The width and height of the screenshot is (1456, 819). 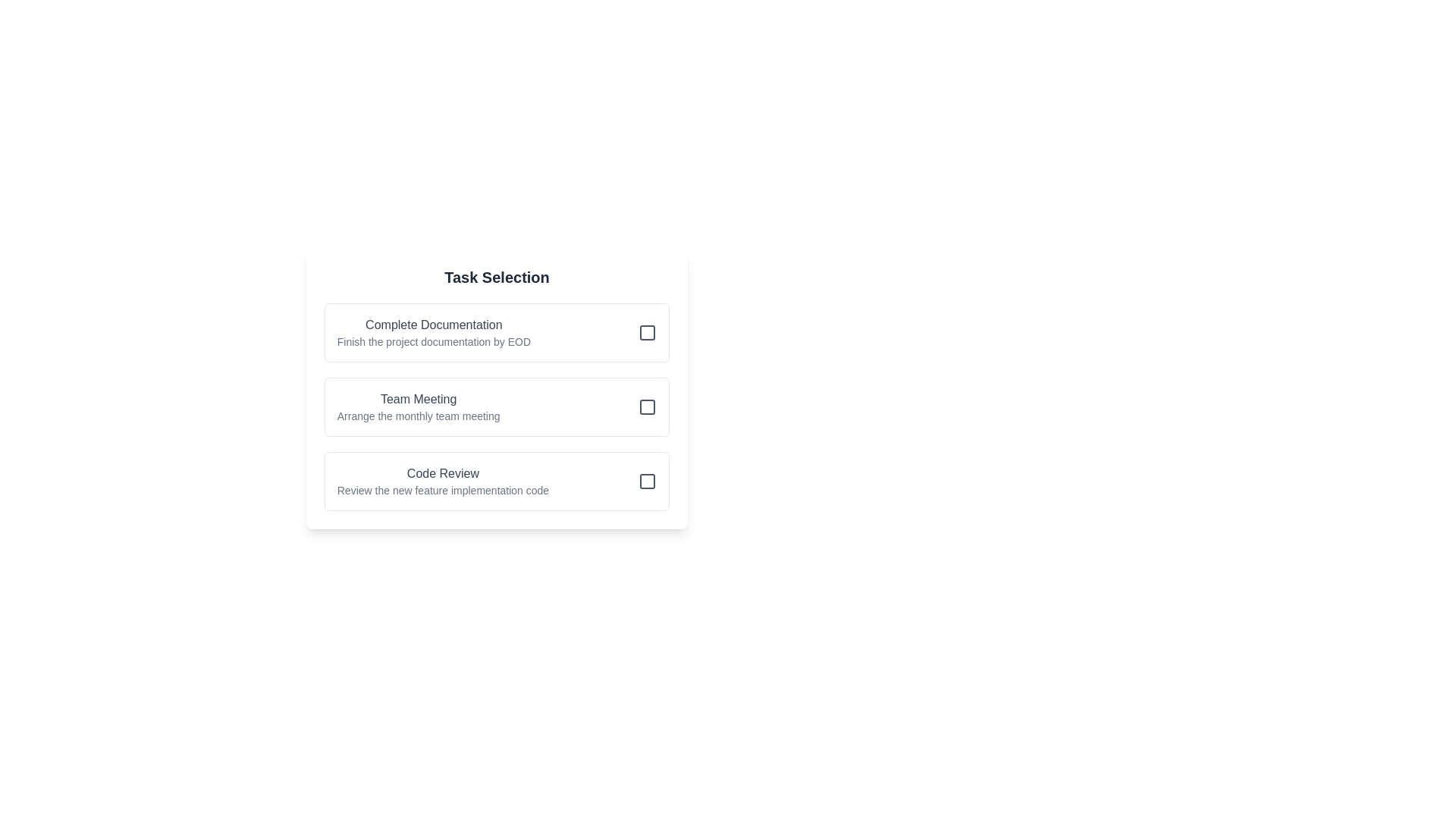 I want to click on the text element reading 'Arrange the monthly team meeting', which is styled in gray and positioned below the bold text 'Team Meeting', so click(x=419, y=416).